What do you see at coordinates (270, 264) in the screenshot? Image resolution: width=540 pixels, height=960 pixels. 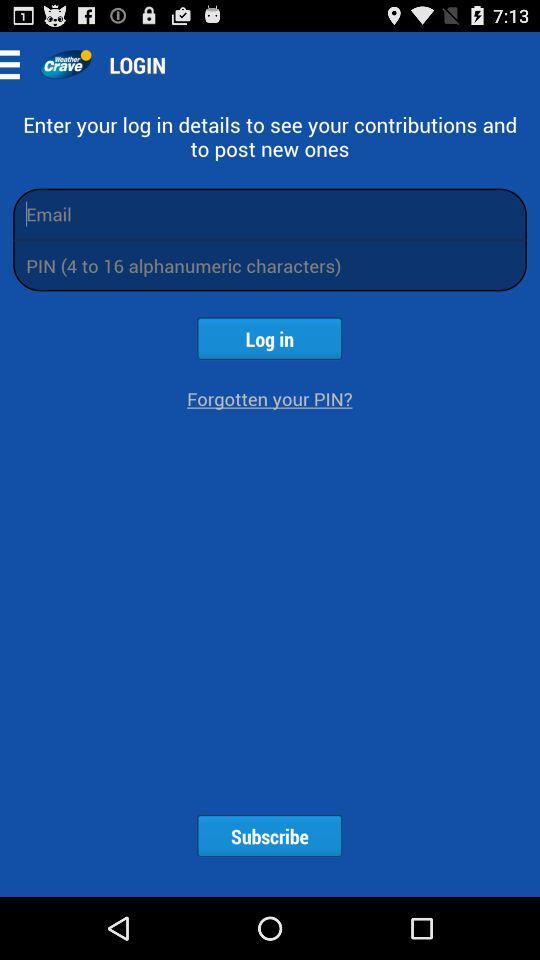 I see `your pin here` at bounding box center [270, 264].